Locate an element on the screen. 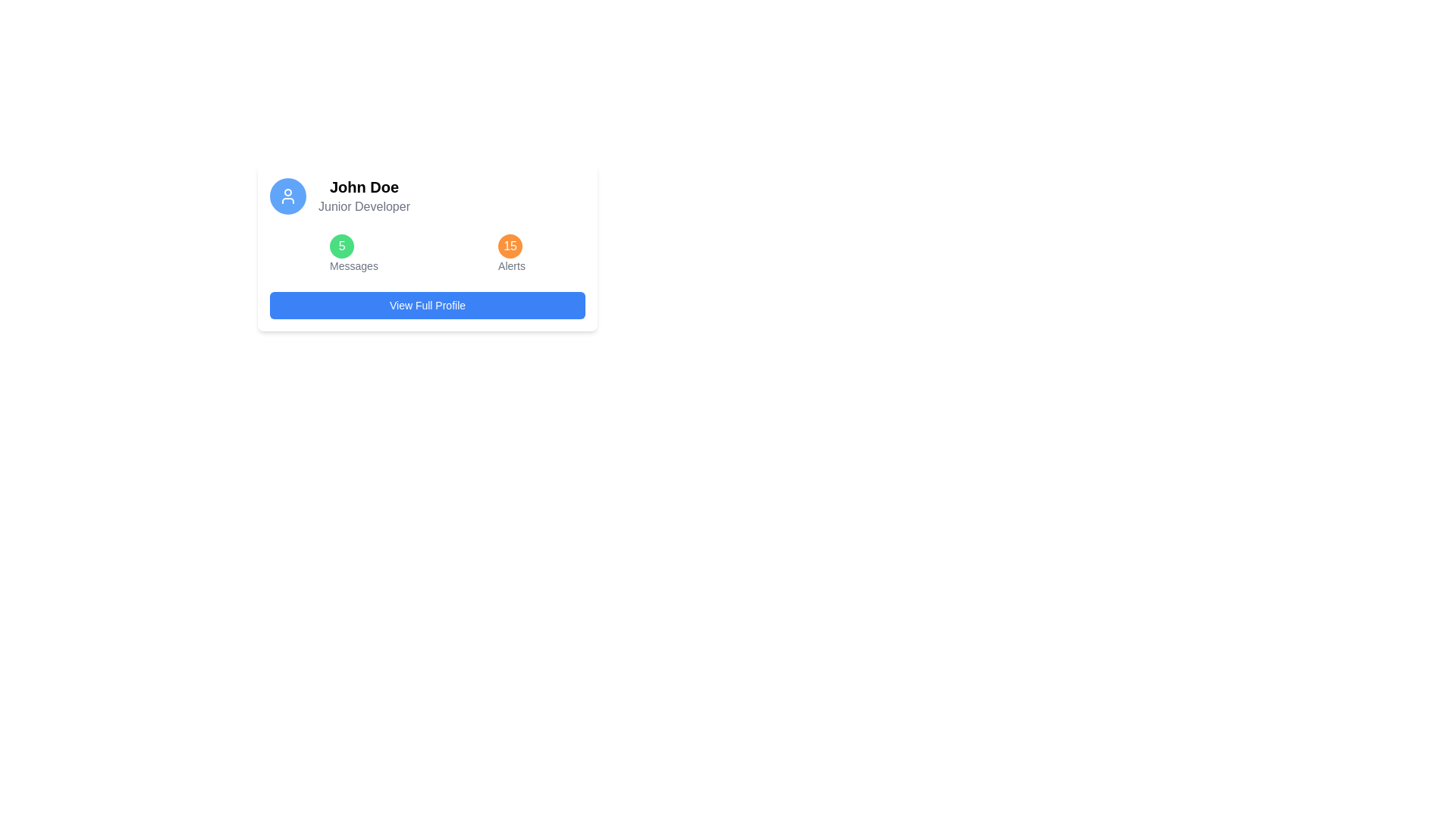 The height and width of the screenshot is (819, 1456). the button located at the bottom of the card component is located at coordinates (427, 305).